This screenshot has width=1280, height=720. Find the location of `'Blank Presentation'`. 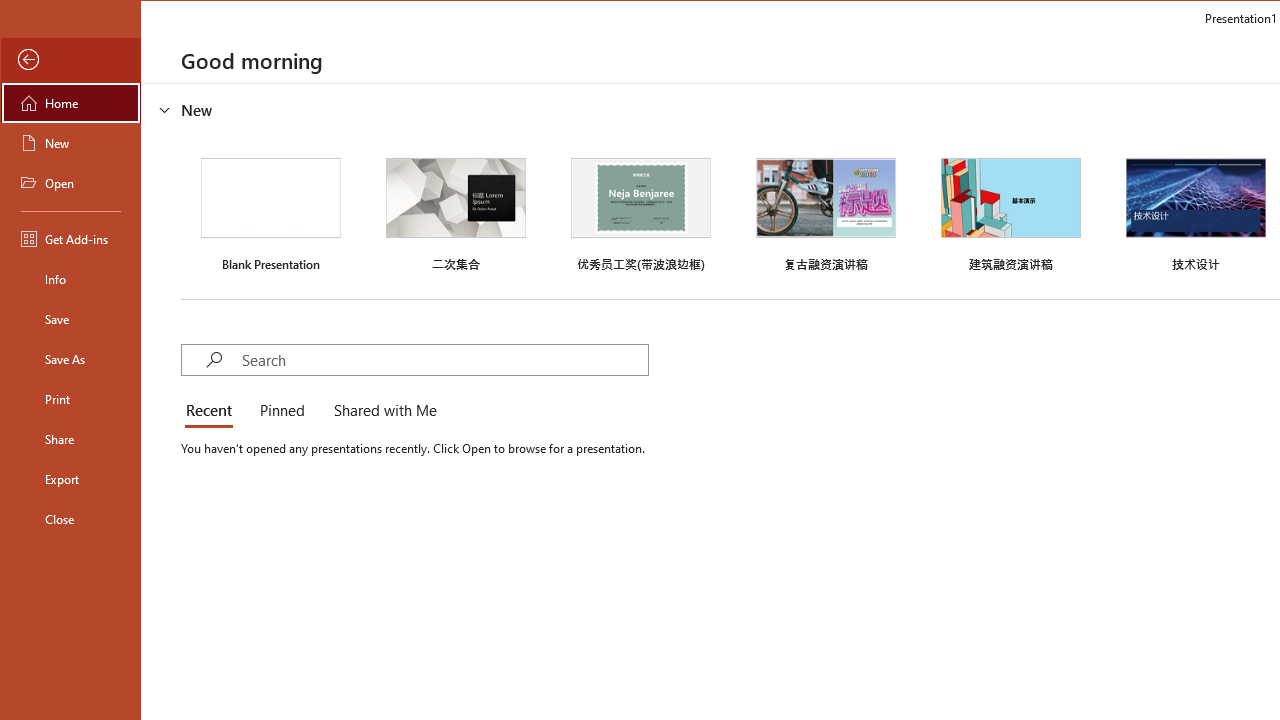

'Blank Presentation' is located at coordinates (269, 212).